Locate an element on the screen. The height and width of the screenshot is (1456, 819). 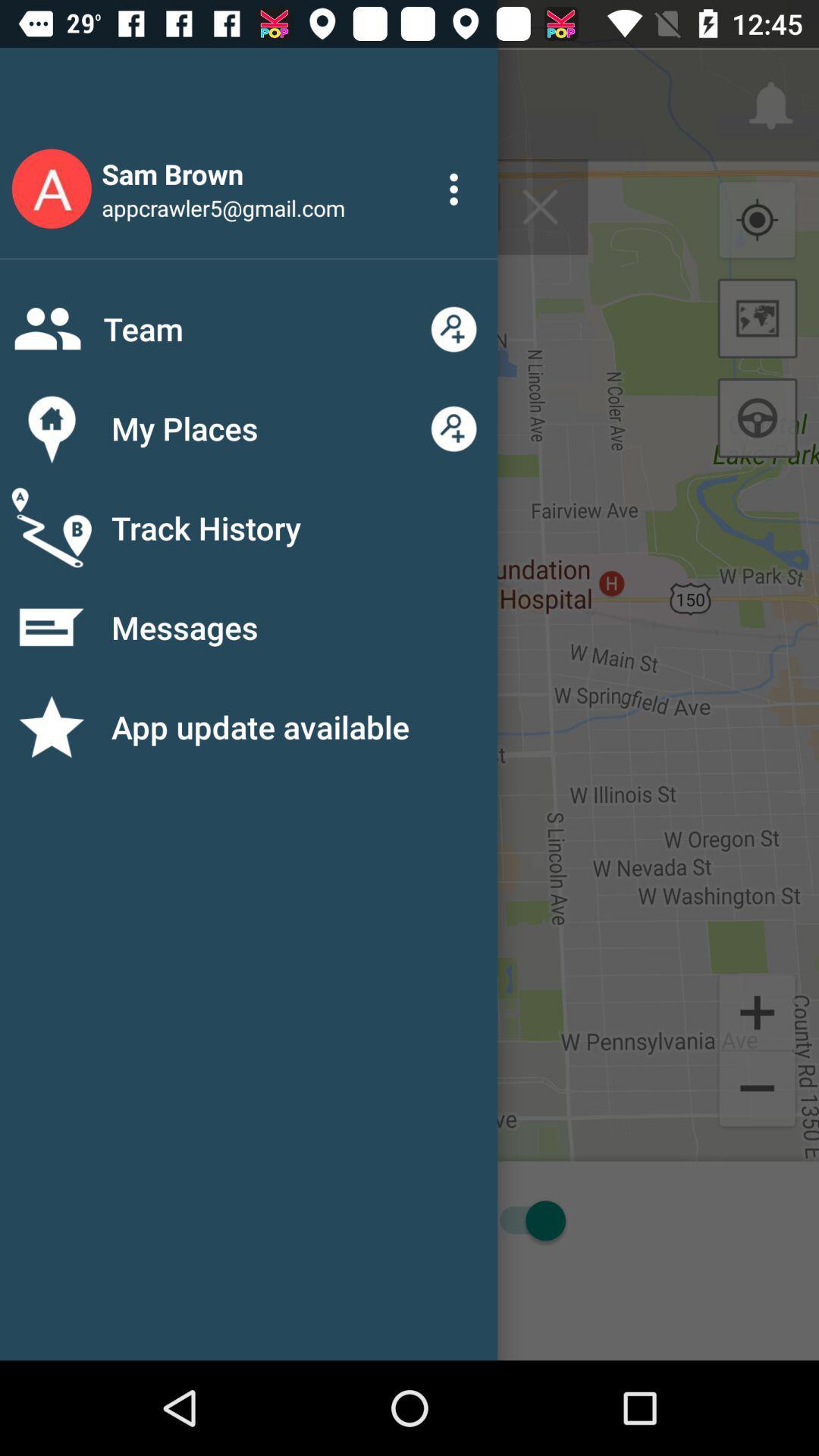
the location_crosshair icon is located at coordinates (757, 220).